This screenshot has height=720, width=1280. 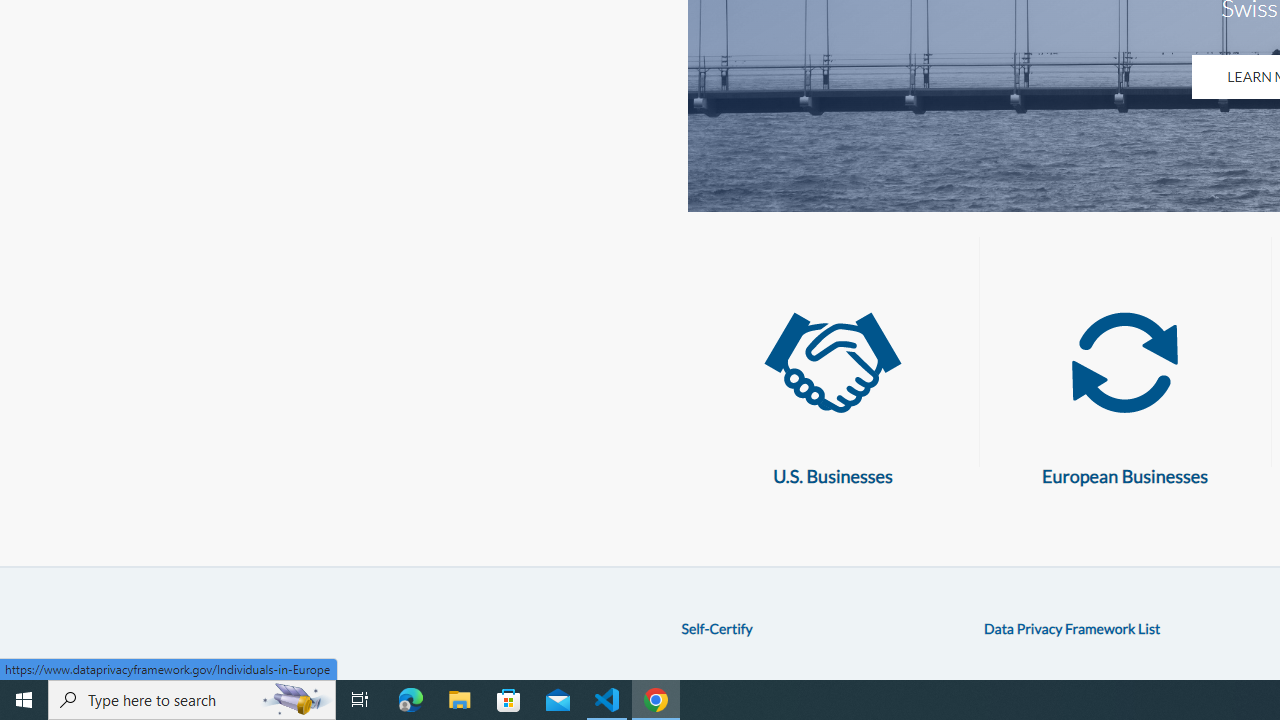 What do you see at coordinates (832, 363) in the screenshot?
I see `'U.S. Businesses'` at bounding box center [832, 363].